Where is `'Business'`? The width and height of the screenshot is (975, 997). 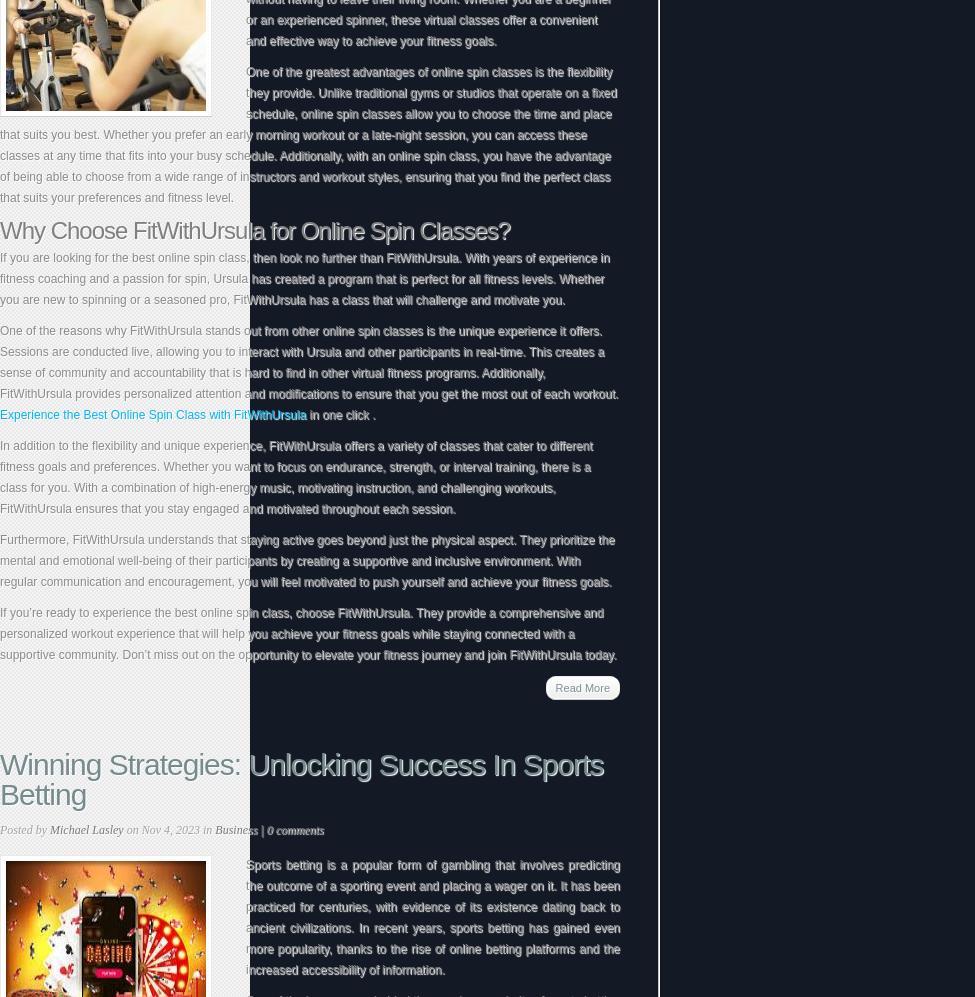 'Business' is located at coordinates (236, 830).